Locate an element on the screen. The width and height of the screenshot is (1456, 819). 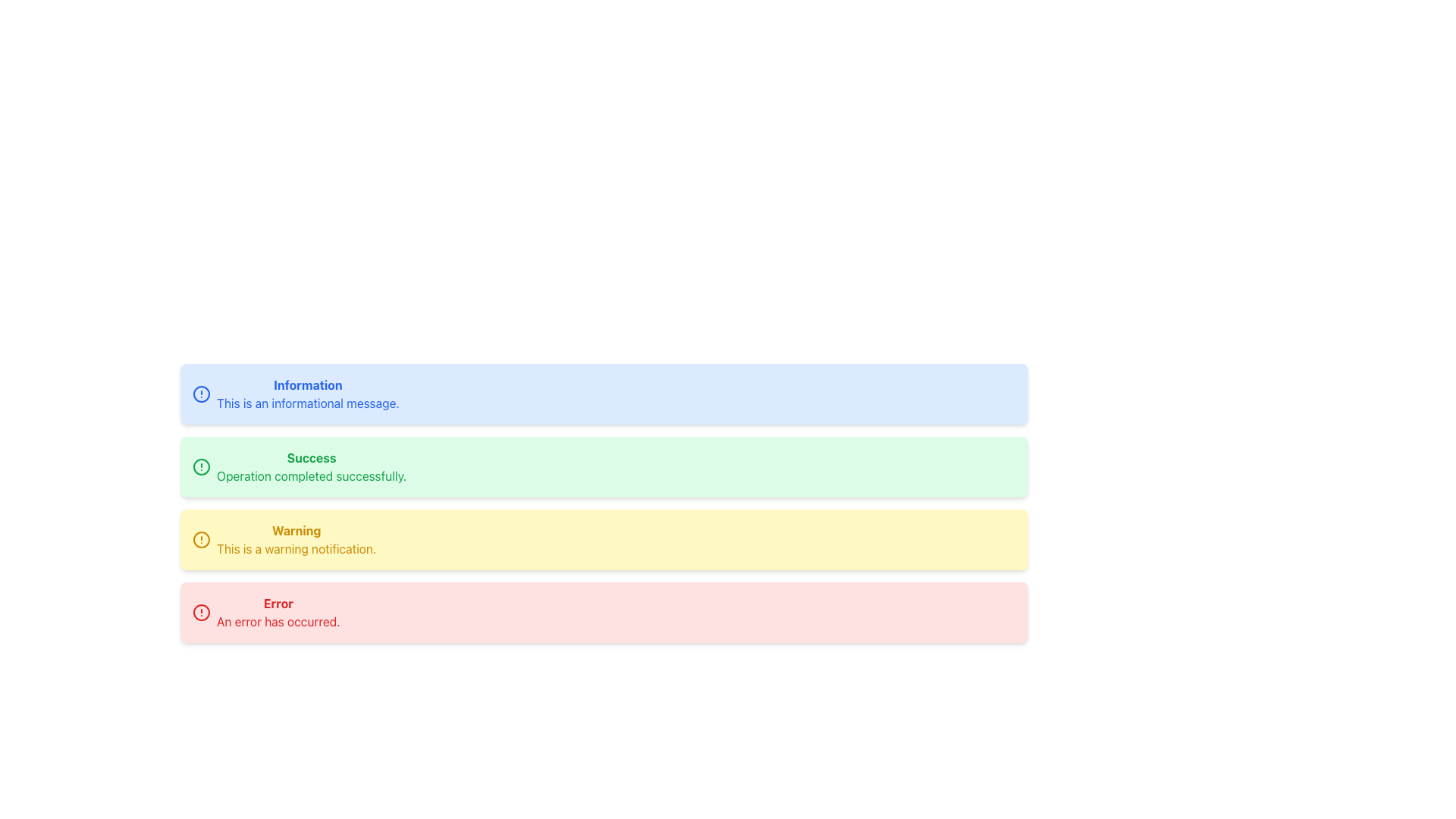
descriptive text located under the bold 'Warning' label in the third yellow notification card is located at coordinates (297, 549).